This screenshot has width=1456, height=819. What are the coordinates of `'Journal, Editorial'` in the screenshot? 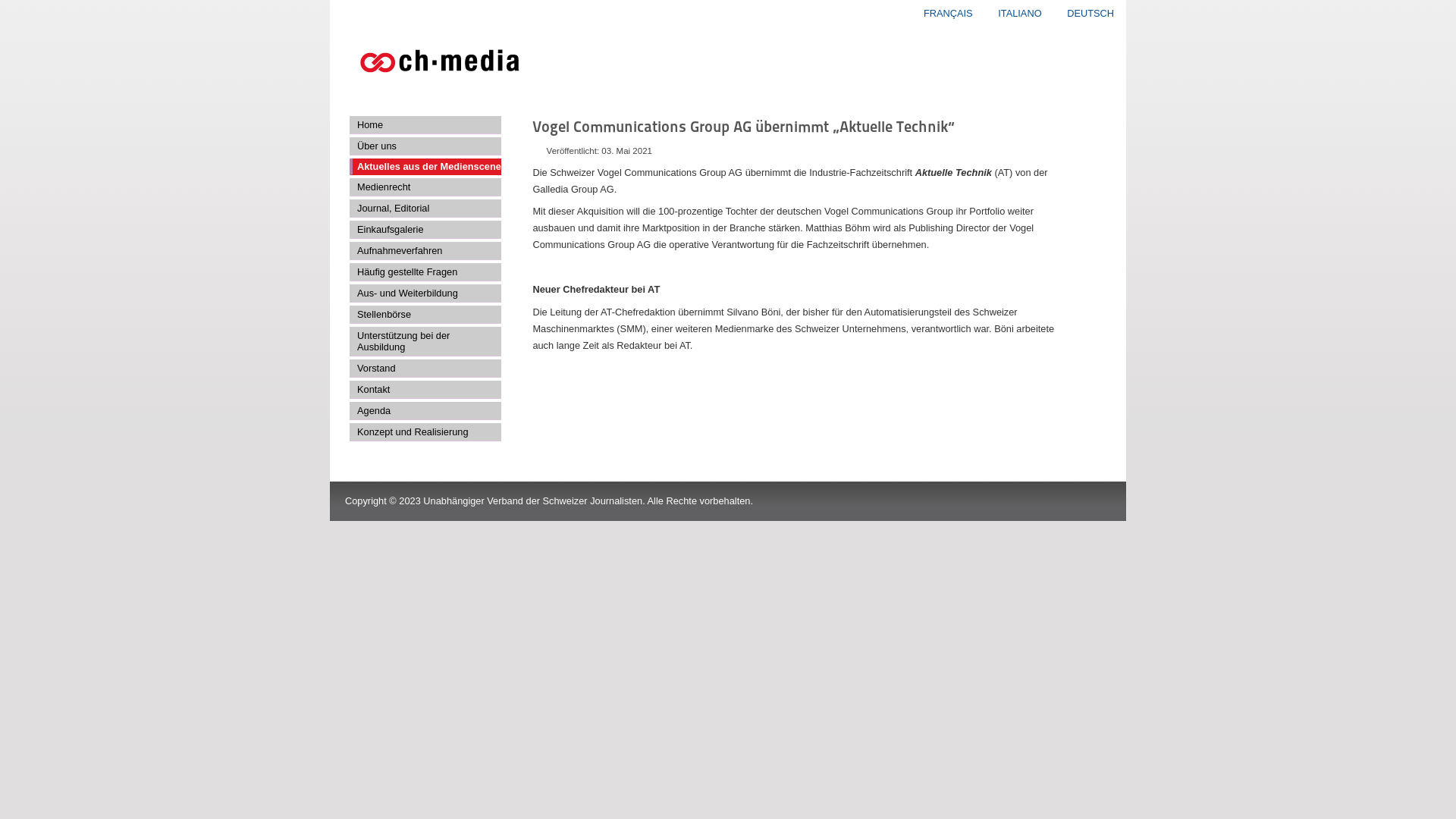 It's located at (425, 208).